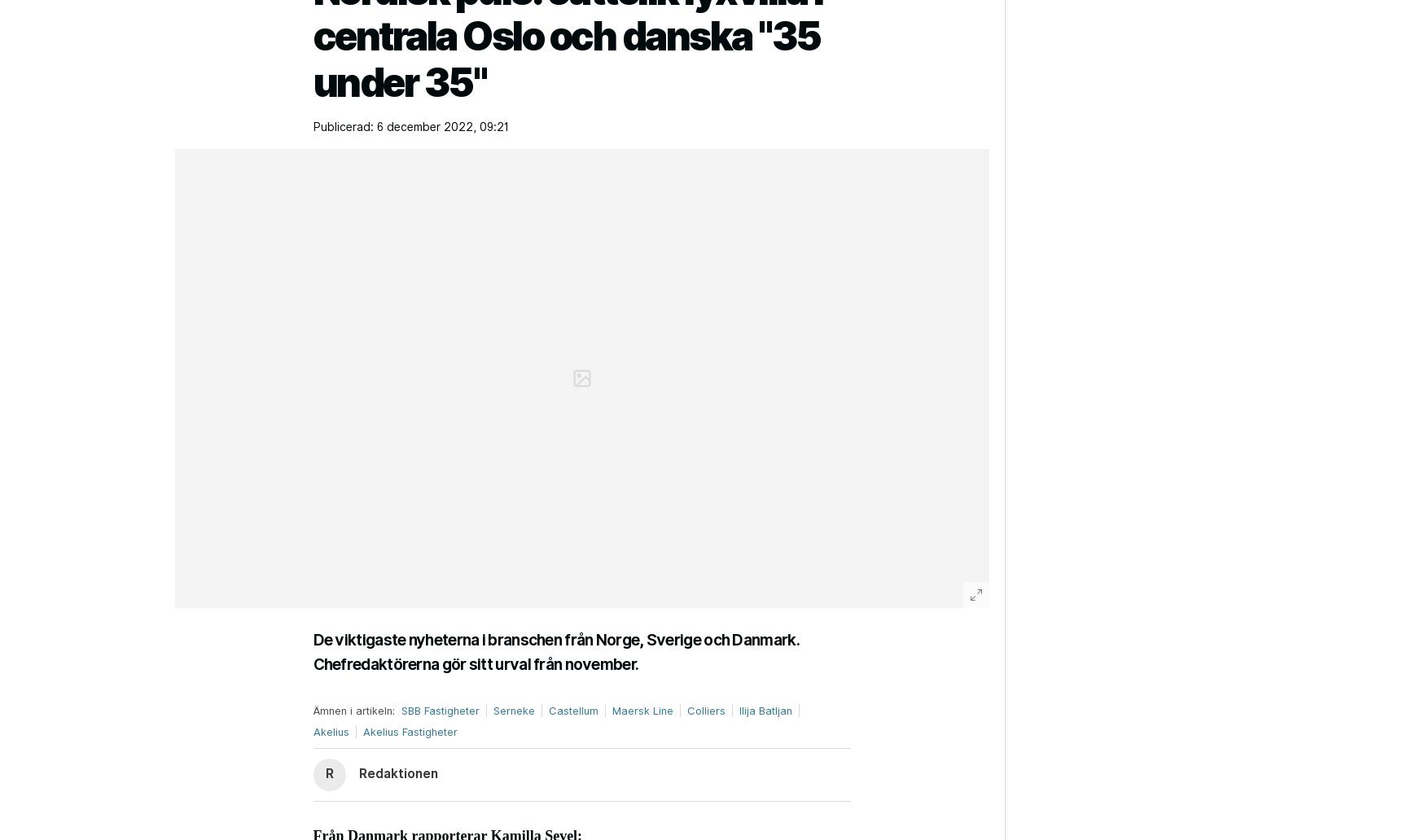  Describe the element at coordinates (441, 125) in the screenshot. I see `'6 december 2022, 09:21'` at that location.